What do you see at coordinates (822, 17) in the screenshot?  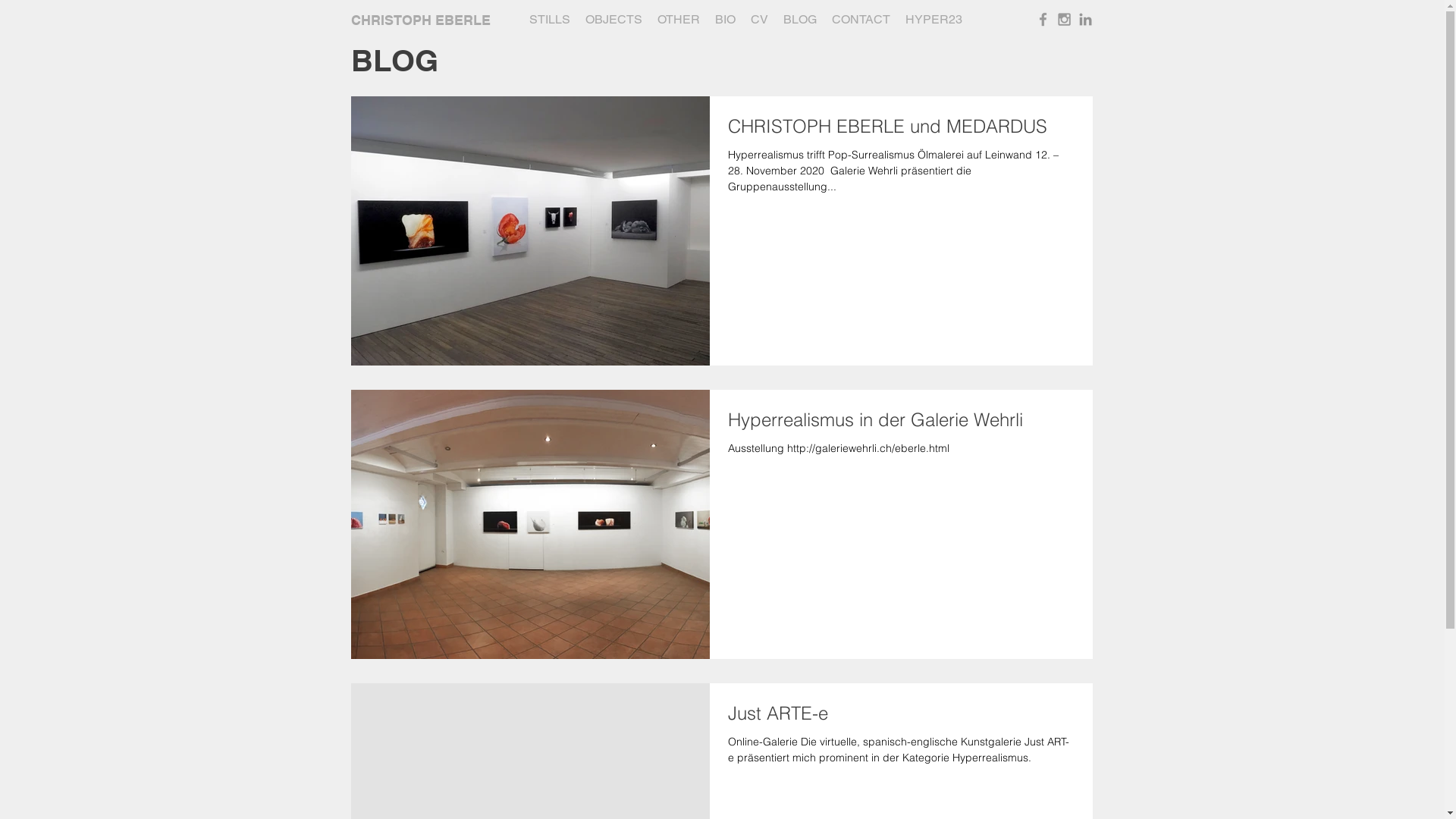 I see `'CONTACT'` at bounding box center [822, 17].